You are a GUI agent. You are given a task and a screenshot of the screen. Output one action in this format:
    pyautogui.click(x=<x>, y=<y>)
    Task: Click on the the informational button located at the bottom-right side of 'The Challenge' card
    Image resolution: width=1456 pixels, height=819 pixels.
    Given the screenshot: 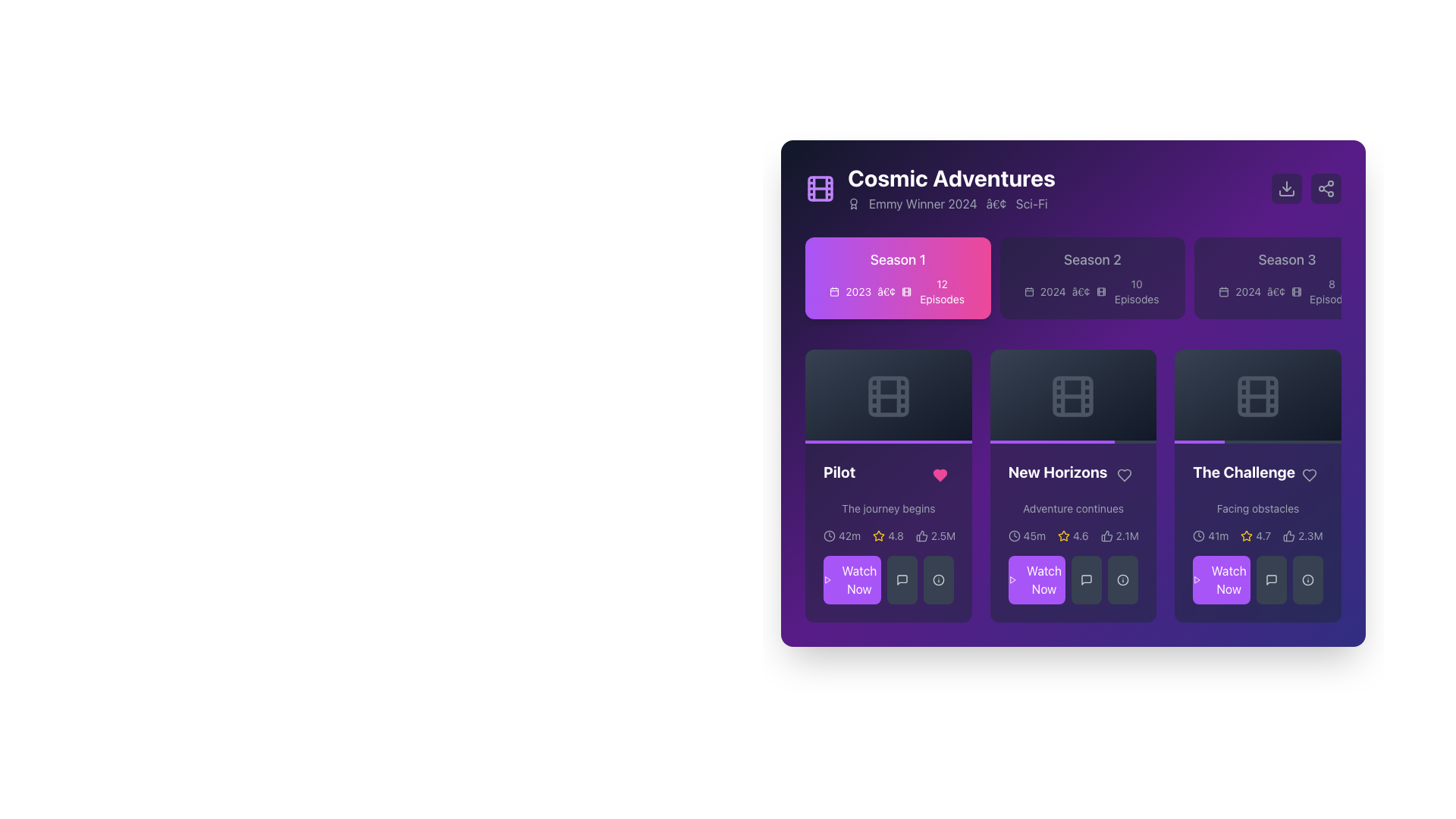 What is the action you would take?
    pyautogui.click(x=1307, y=579)
    